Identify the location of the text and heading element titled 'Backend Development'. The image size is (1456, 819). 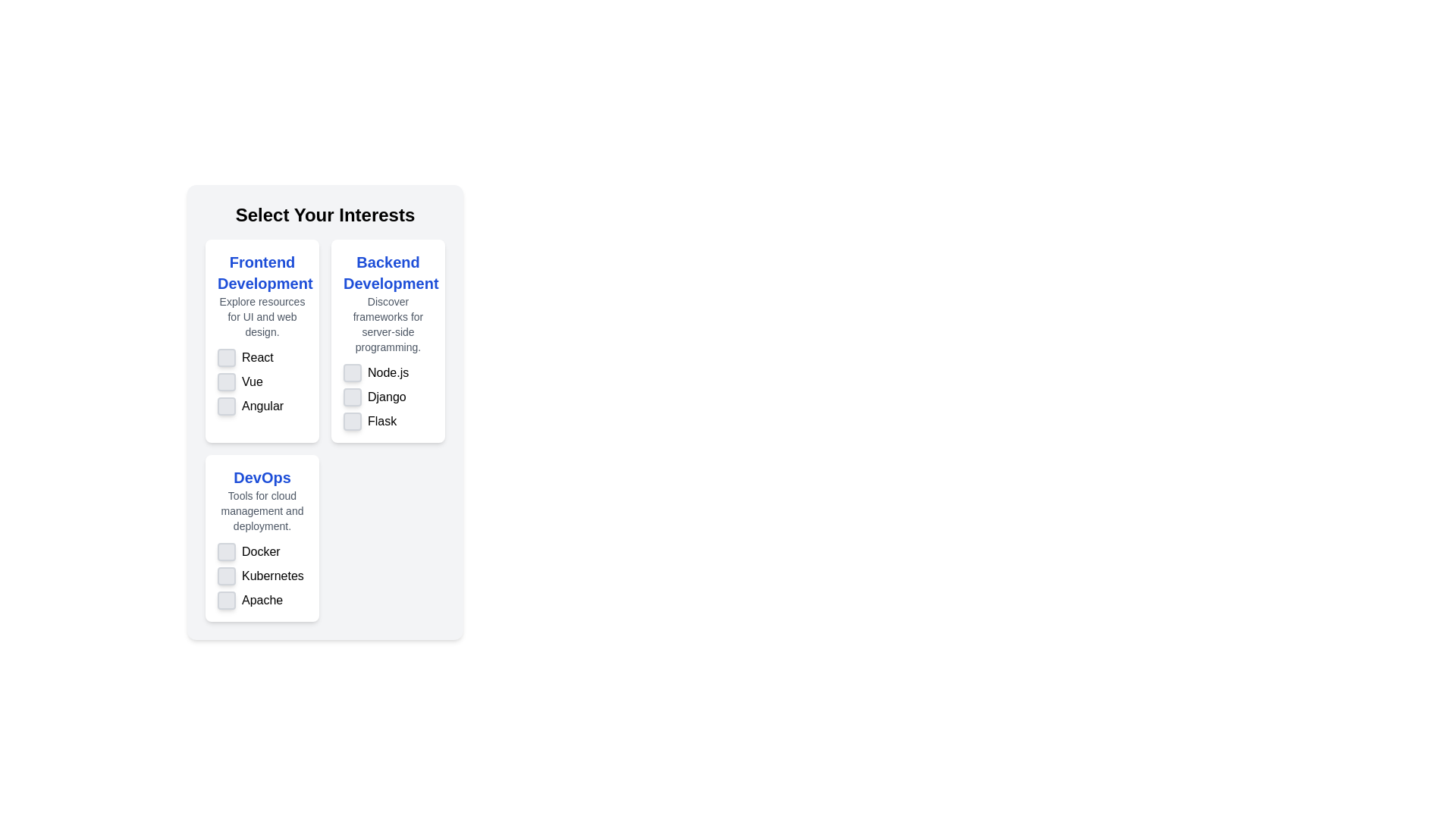
(388, 303).